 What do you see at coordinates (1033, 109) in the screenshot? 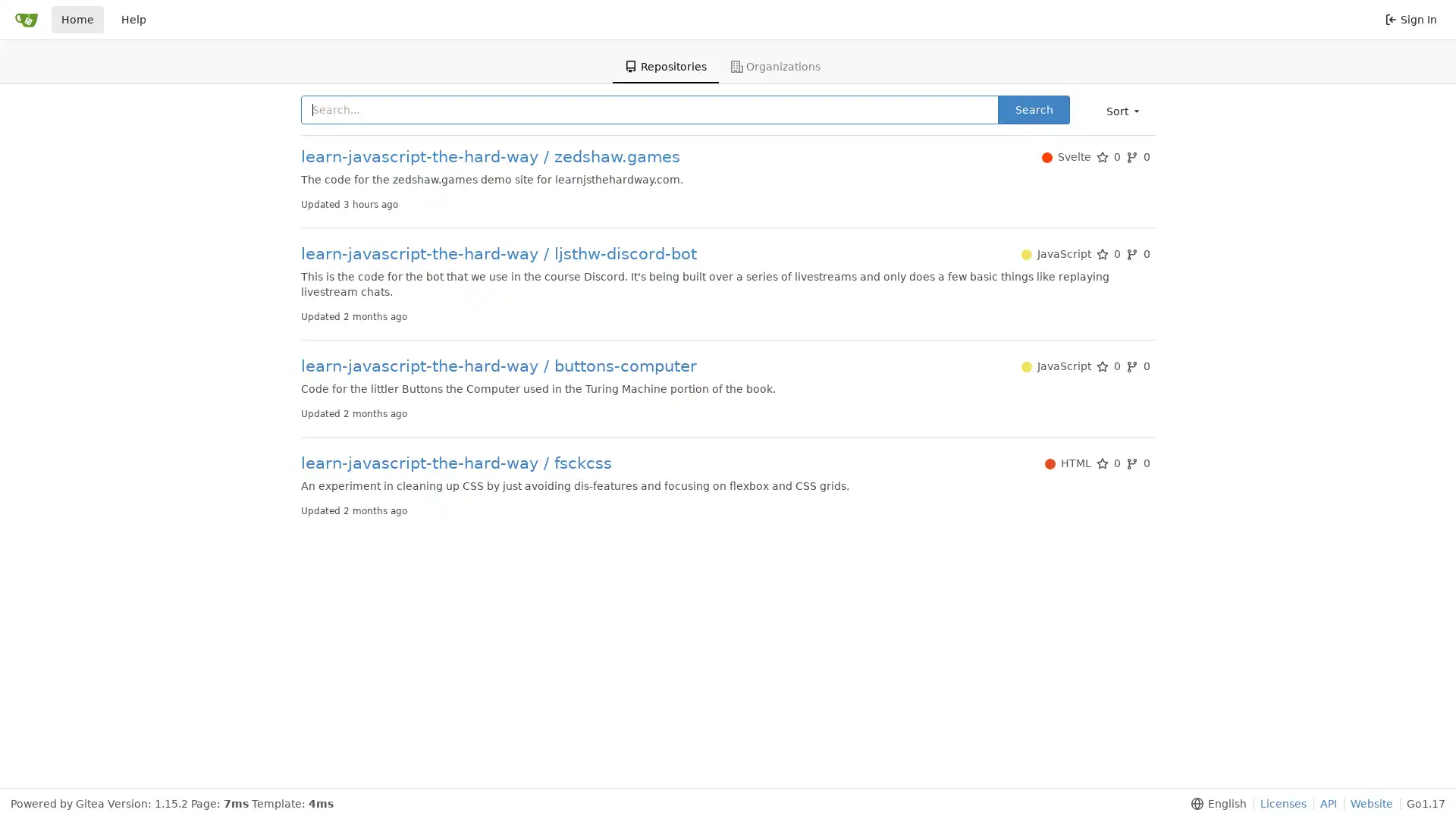
I see `Search` at bounding box center [1033, 109].